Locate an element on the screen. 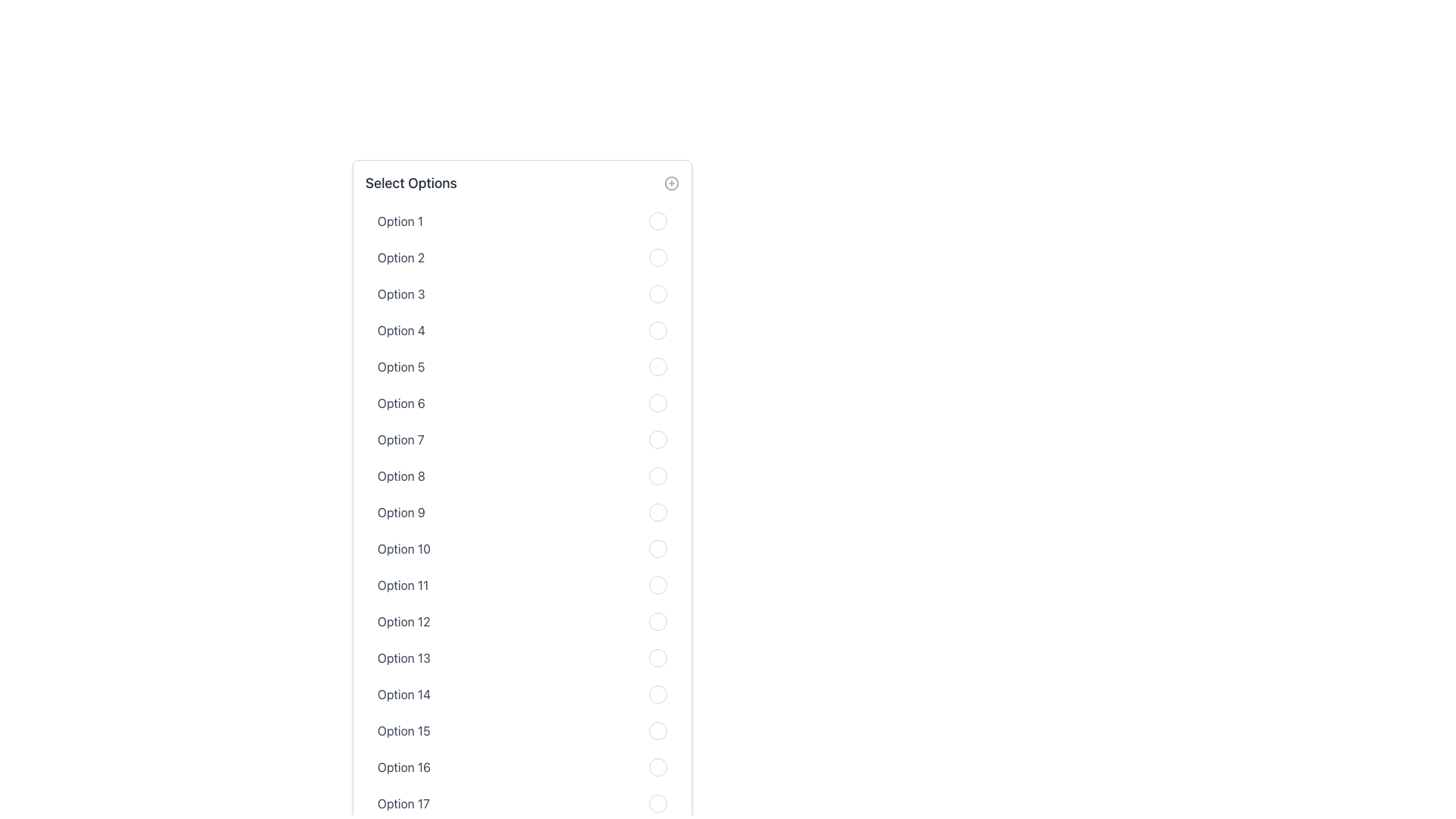  the text label for the eleventh item in a vertical list of options, which is located to the left of a circular selectable icon is located at coordinates (403, 584).